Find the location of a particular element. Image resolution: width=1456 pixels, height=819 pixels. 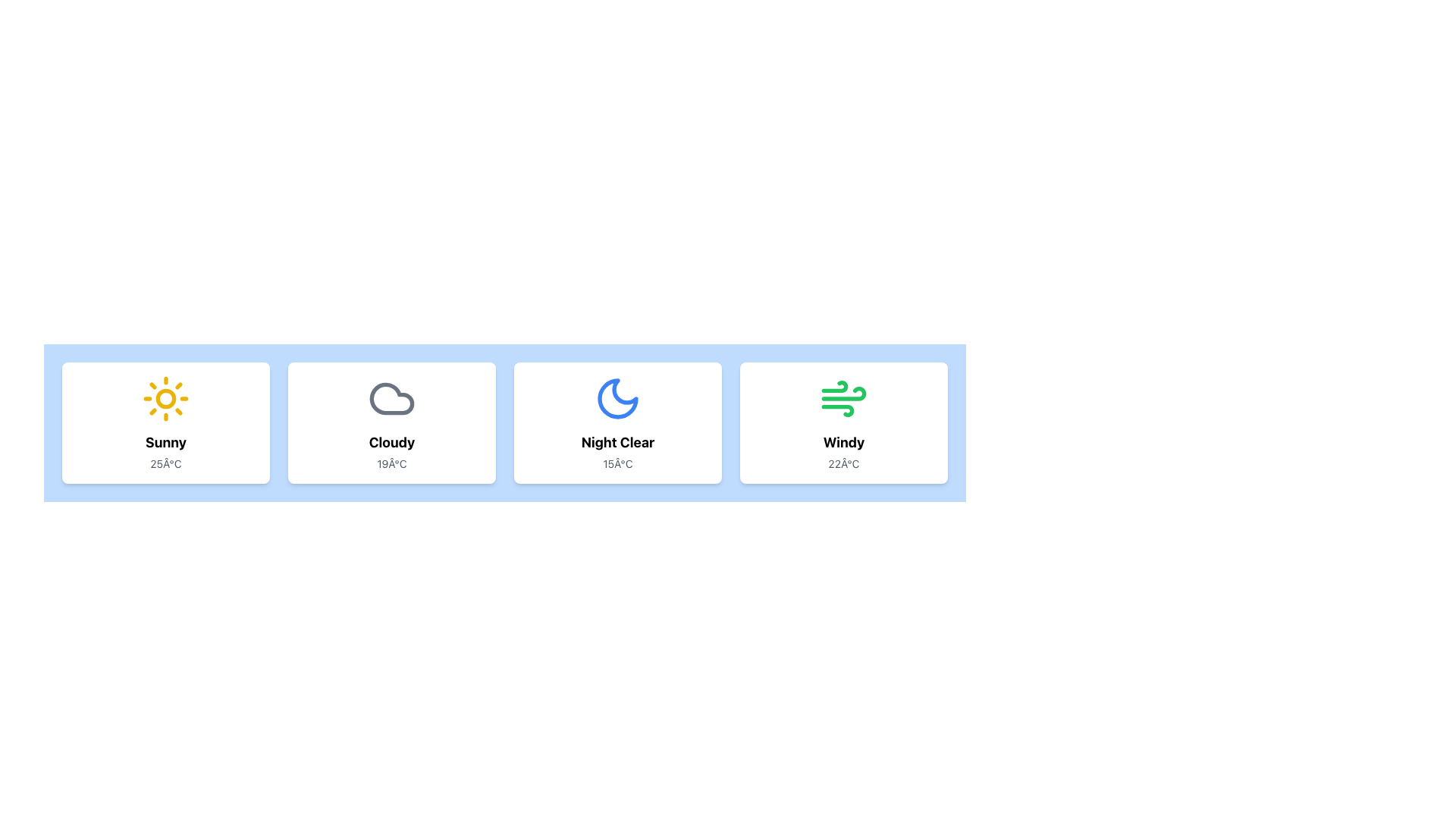

the crescent moon icon in blue representing 'Night Clear' conditions on the weather card is located at coordinates (618, 397).